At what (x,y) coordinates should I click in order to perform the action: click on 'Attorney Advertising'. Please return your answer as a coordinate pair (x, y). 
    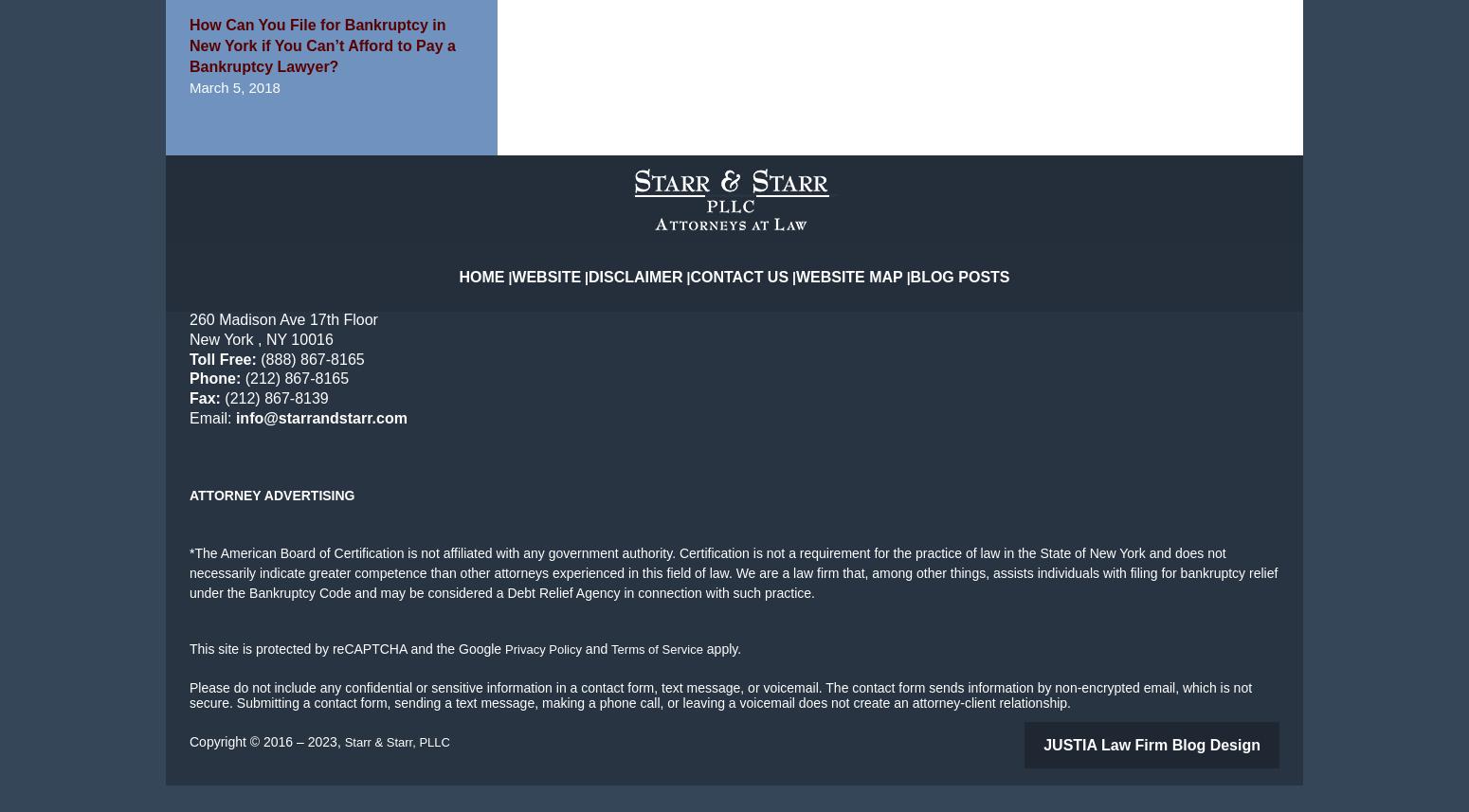
    Looking at the image, I should click on (272, 524).